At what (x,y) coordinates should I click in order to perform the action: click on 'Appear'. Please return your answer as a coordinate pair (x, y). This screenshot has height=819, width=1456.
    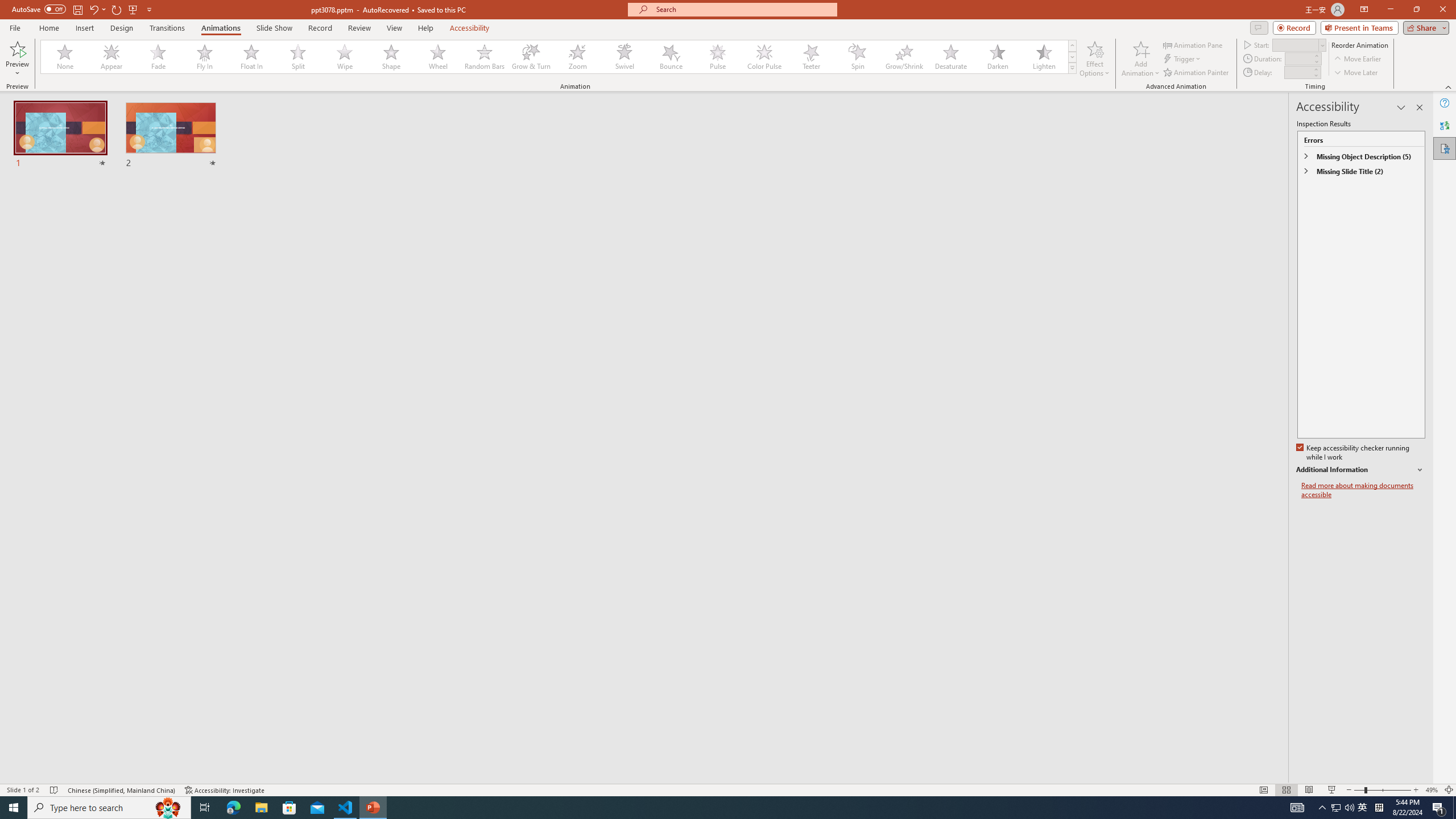
    Looking at the image, I should click on (111, 56).